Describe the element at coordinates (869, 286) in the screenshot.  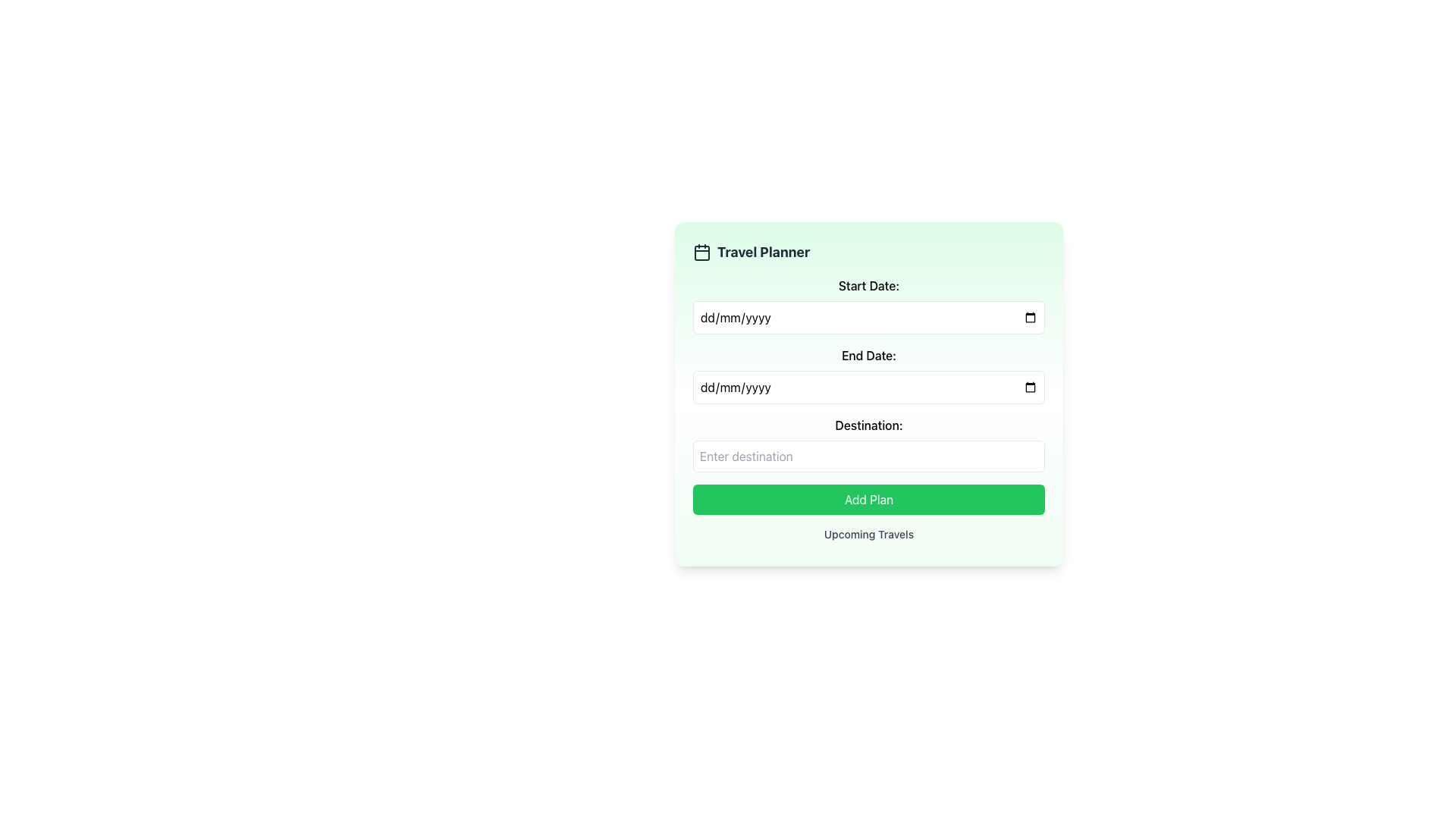
I see `label displaying 'Start Date:' which is in bold on a light green background, located above the date input field in the travel planning form` at that location.